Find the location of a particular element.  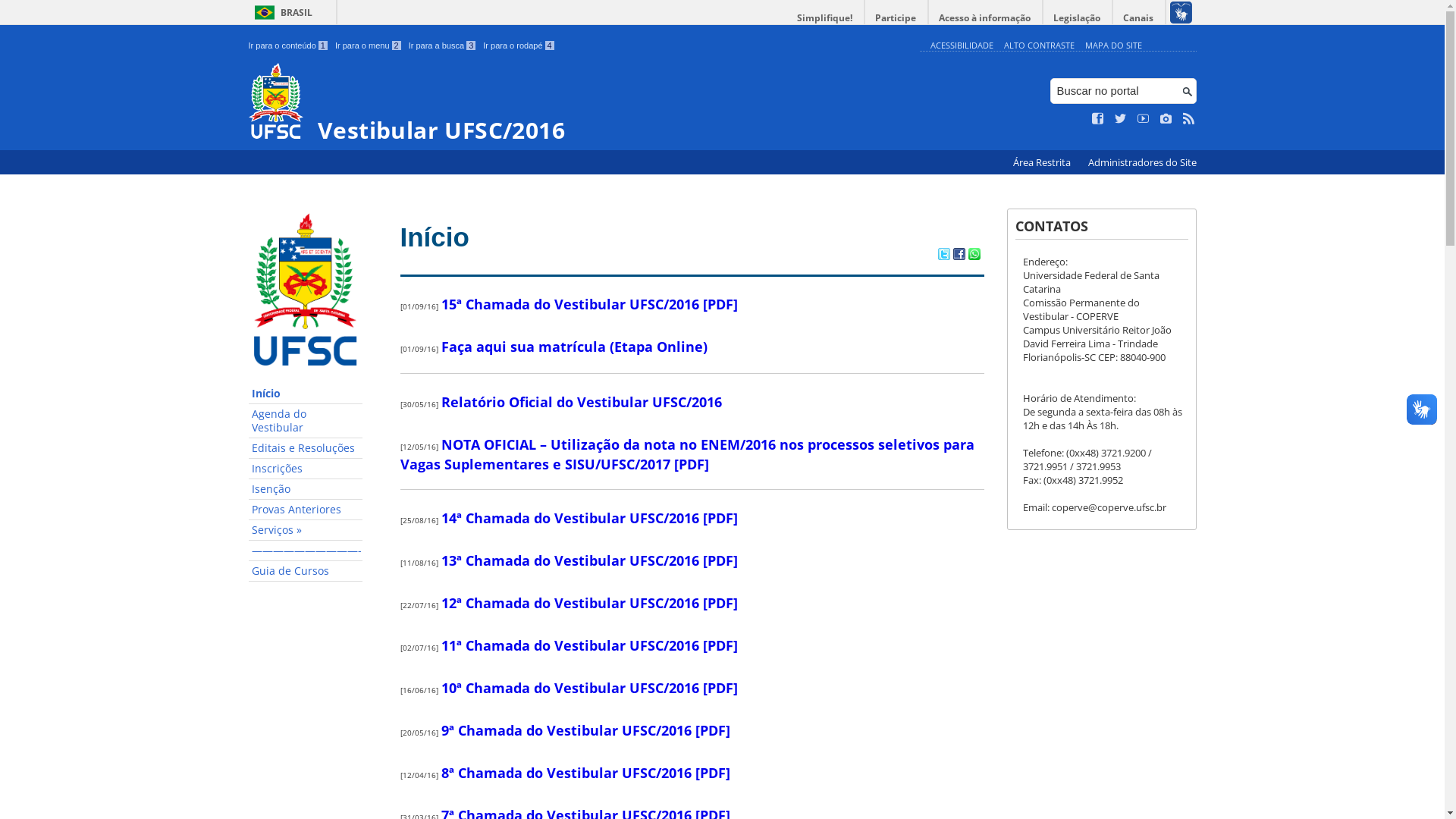

'Veja no Instagram' is located at coordinates (1165, 118).